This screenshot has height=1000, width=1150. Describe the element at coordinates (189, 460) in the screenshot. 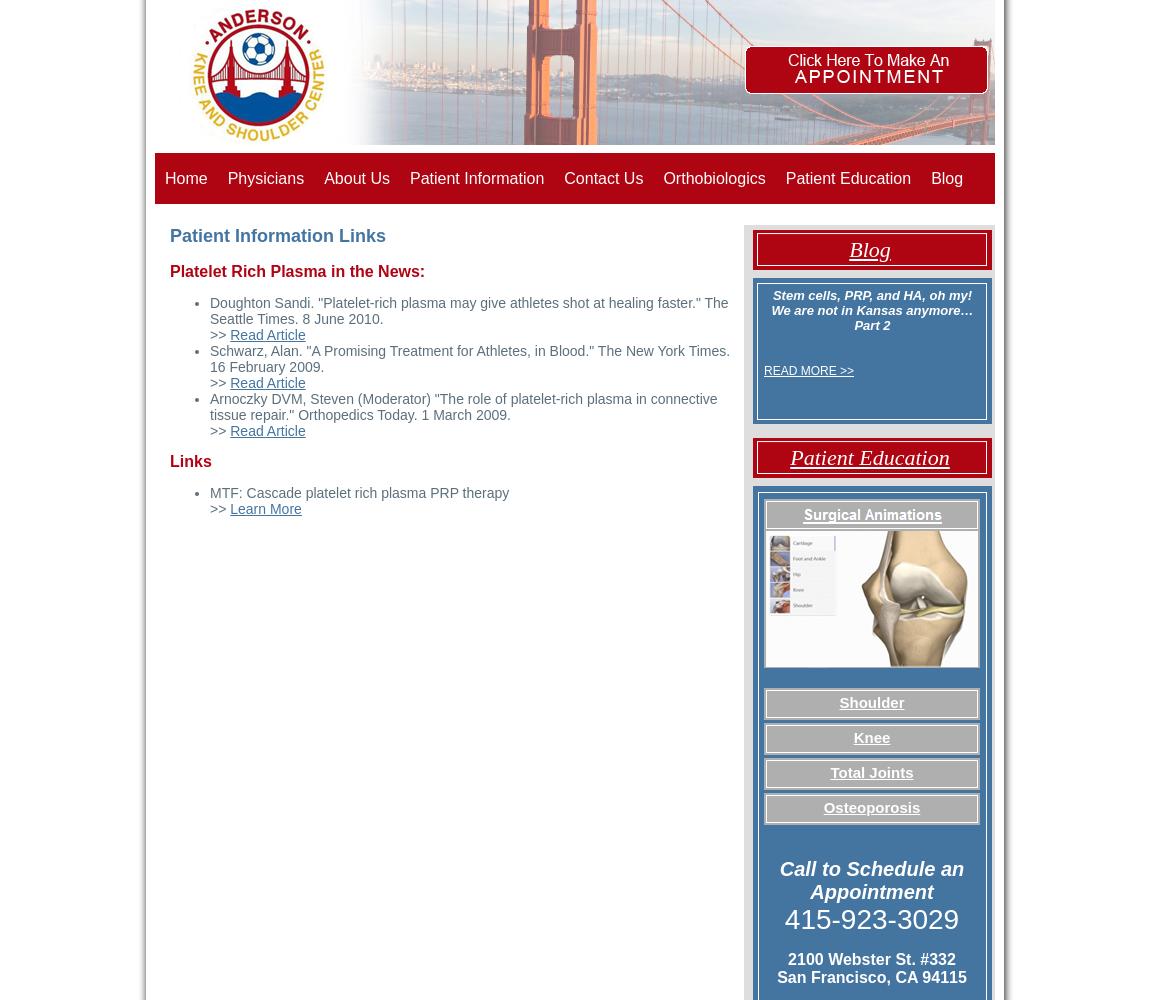

I see `'Links'` at that location.